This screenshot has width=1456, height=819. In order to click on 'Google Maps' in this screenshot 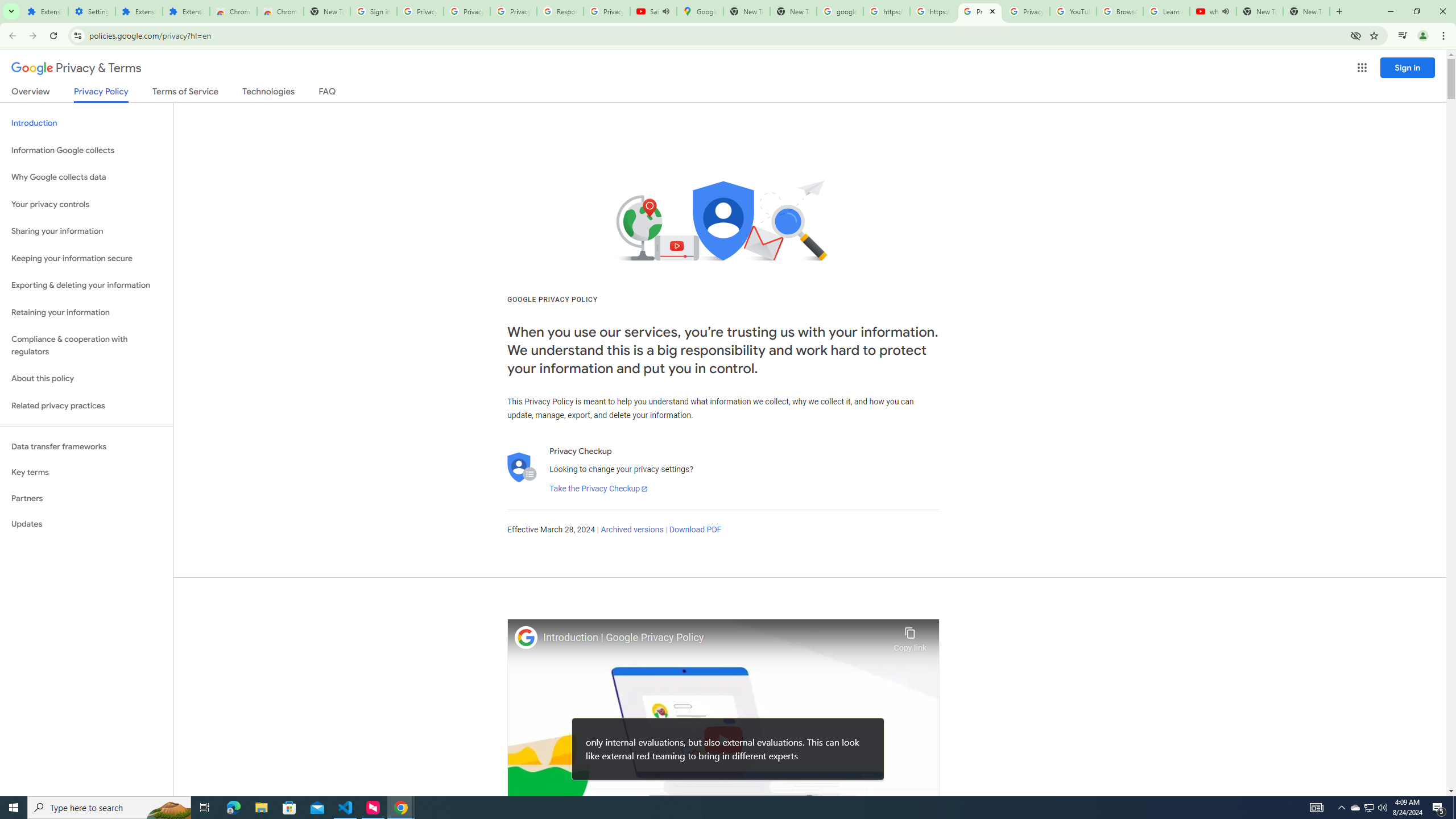, I will do `click(700, 11)`.